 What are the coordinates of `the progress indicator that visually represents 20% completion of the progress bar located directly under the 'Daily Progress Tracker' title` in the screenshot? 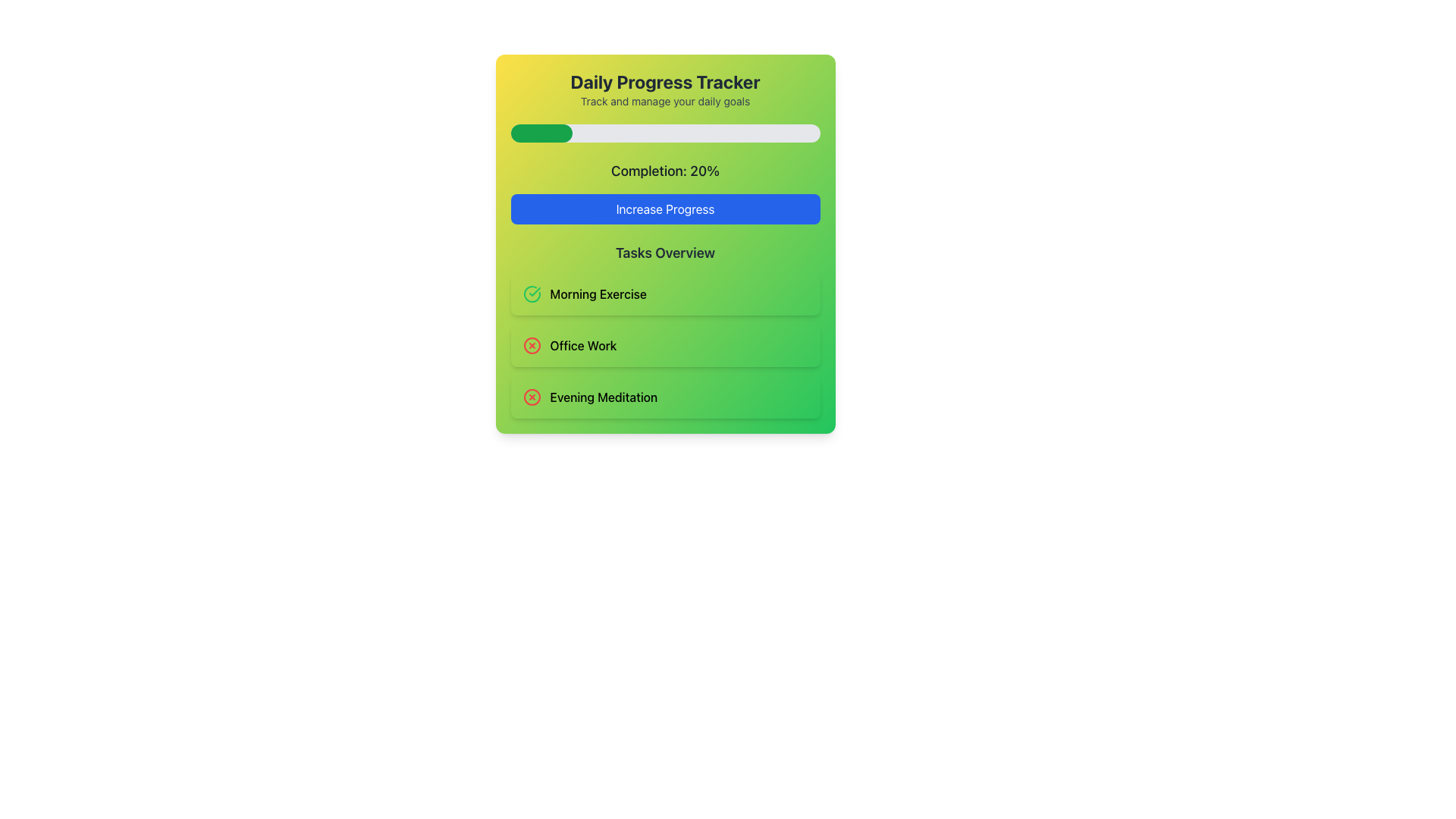 It's located at (541, 133).